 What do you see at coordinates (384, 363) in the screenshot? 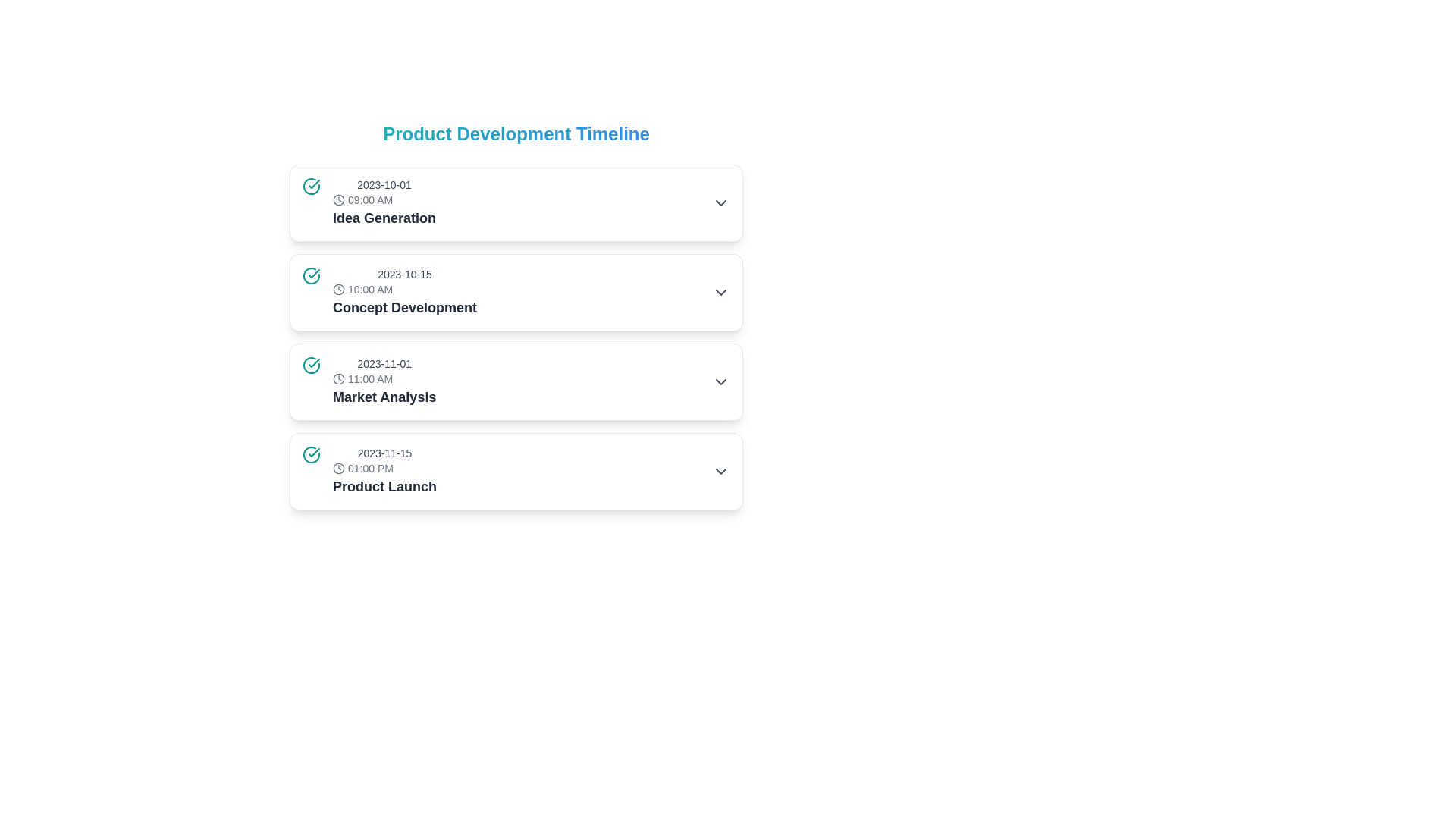
I see `date indicator text label located at the upper section of the 'Market Analysis' item, which is the first item and positioned above the time indicator and event title` at bounding box center [384, 363].